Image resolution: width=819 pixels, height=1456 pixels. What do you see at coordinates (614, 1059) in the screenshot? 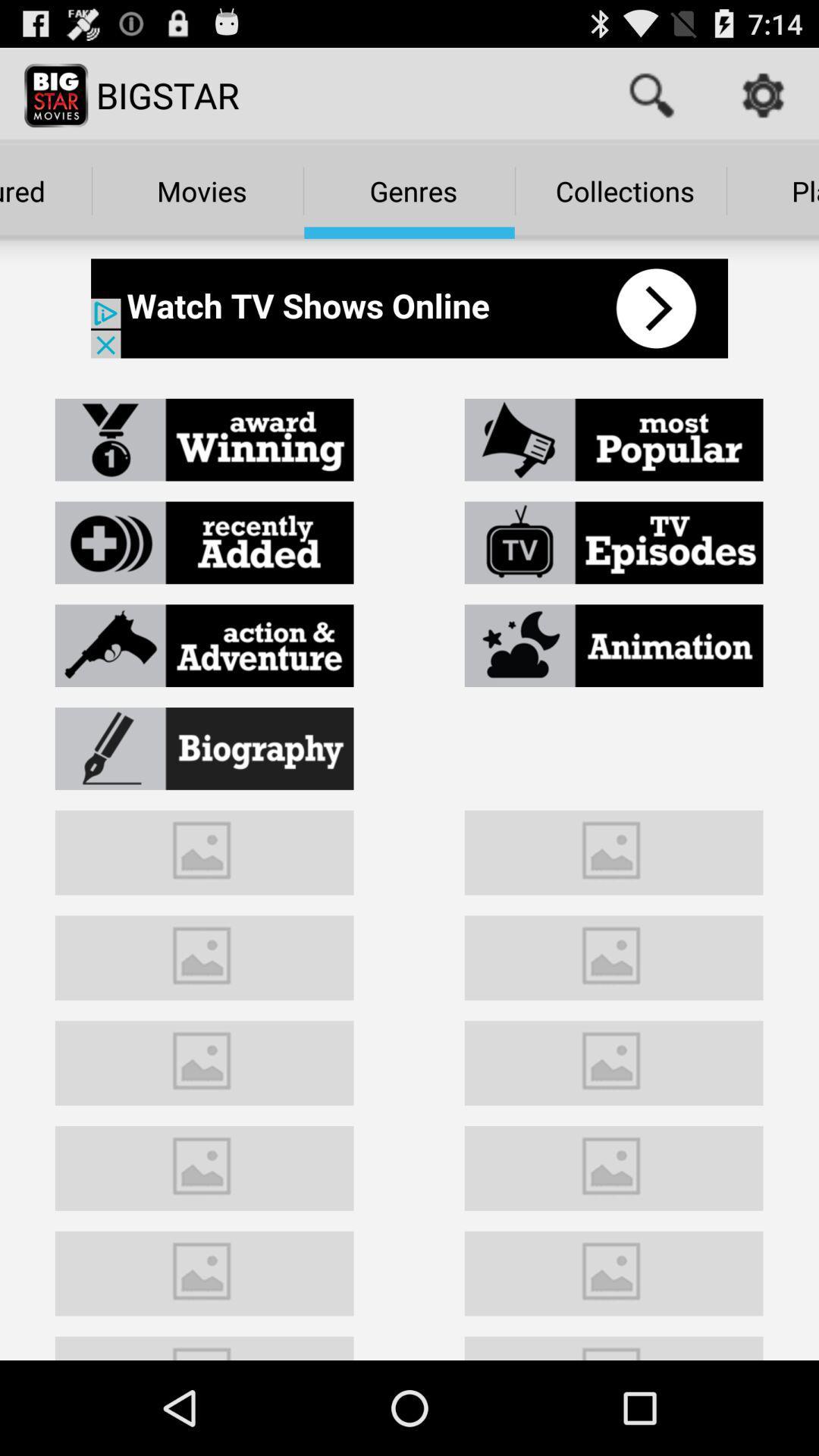
I see `the third image below animation` at bounding box center [614, 1059].